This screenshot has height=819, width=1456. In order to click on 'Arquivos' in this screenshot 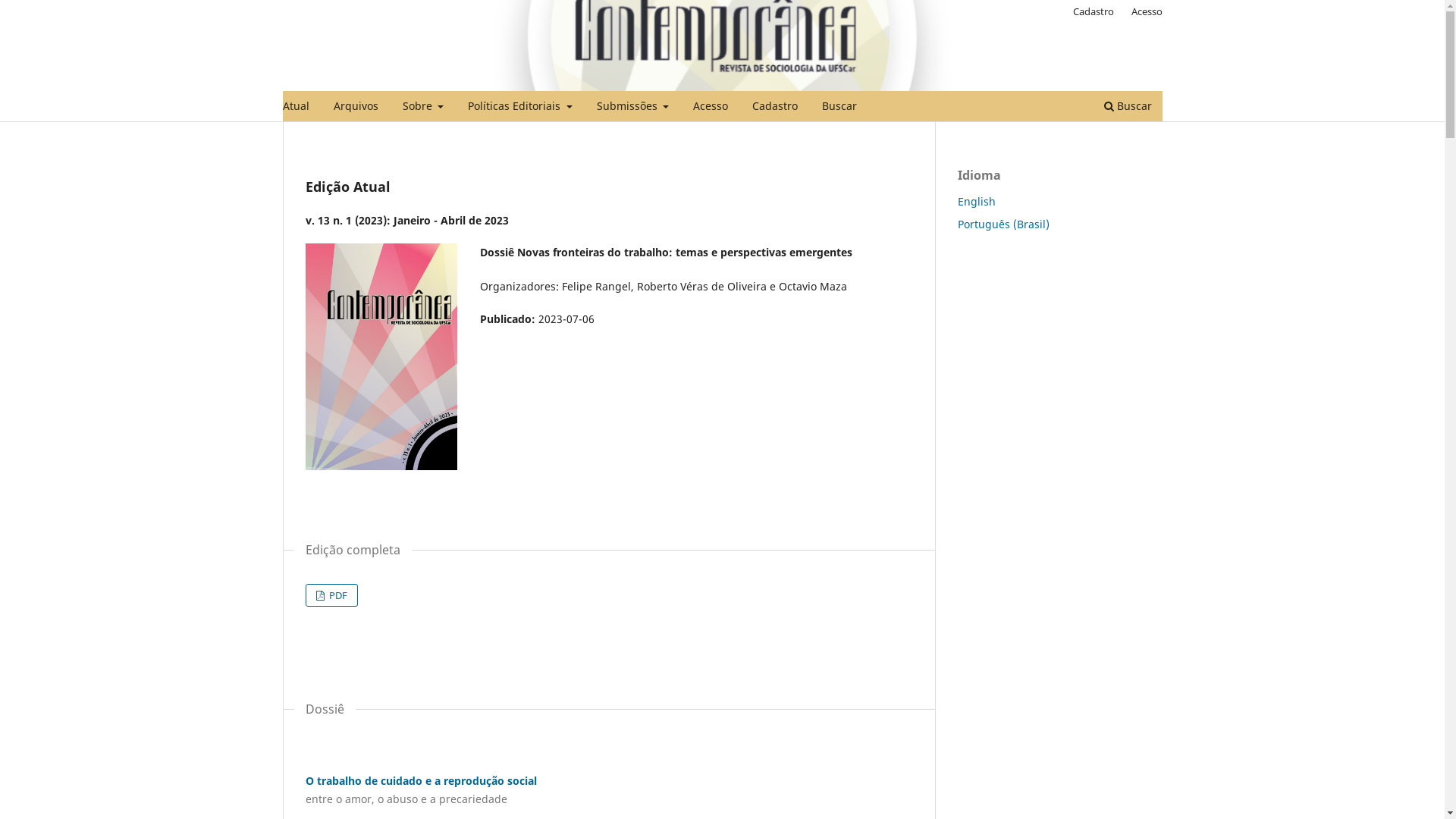, I will do `click(354, 107)`.